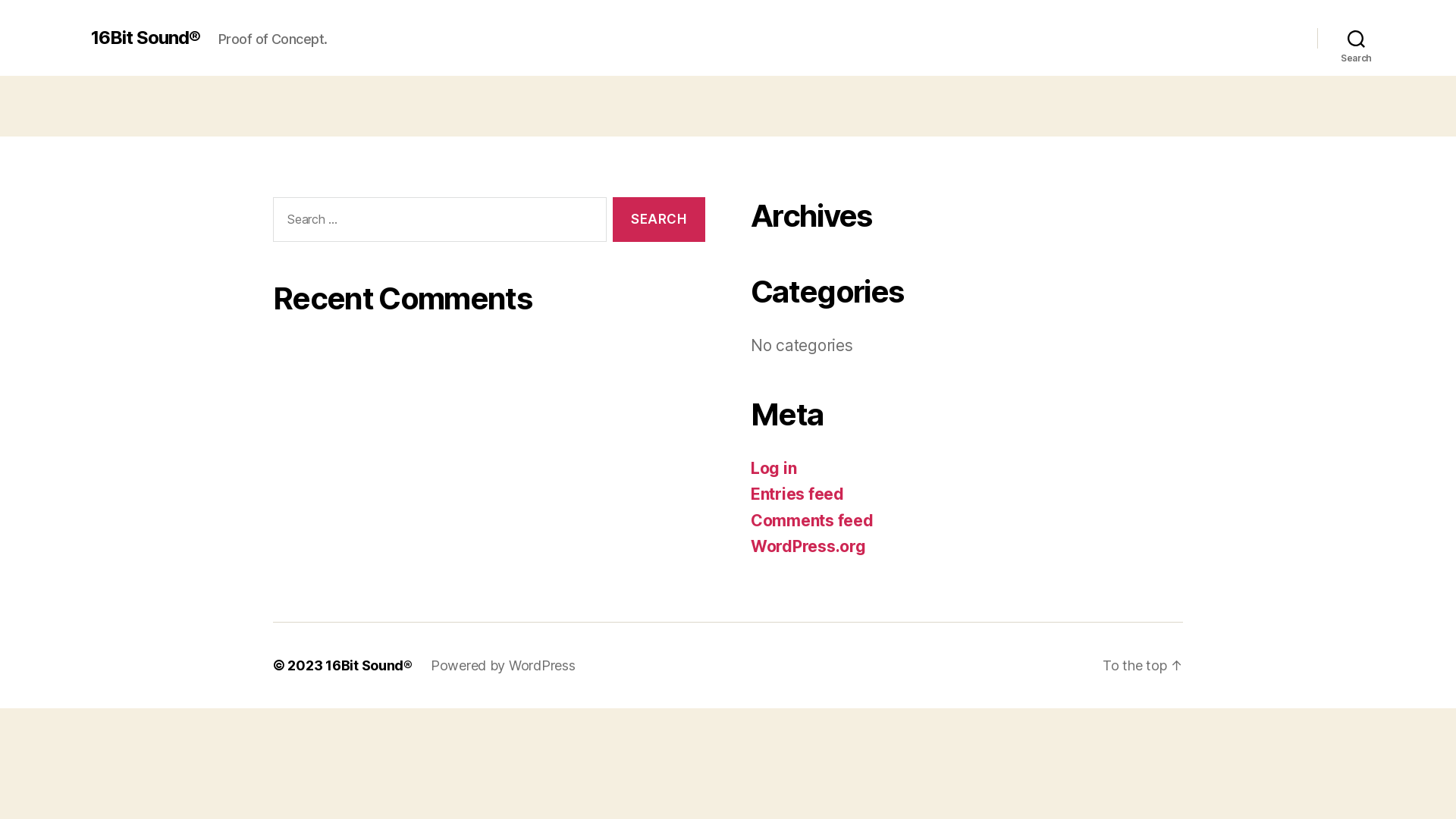 Image resolution: width=1456 pixels, height=819 pixels. I want to click on 'WordPress.org', so click(807, 546).